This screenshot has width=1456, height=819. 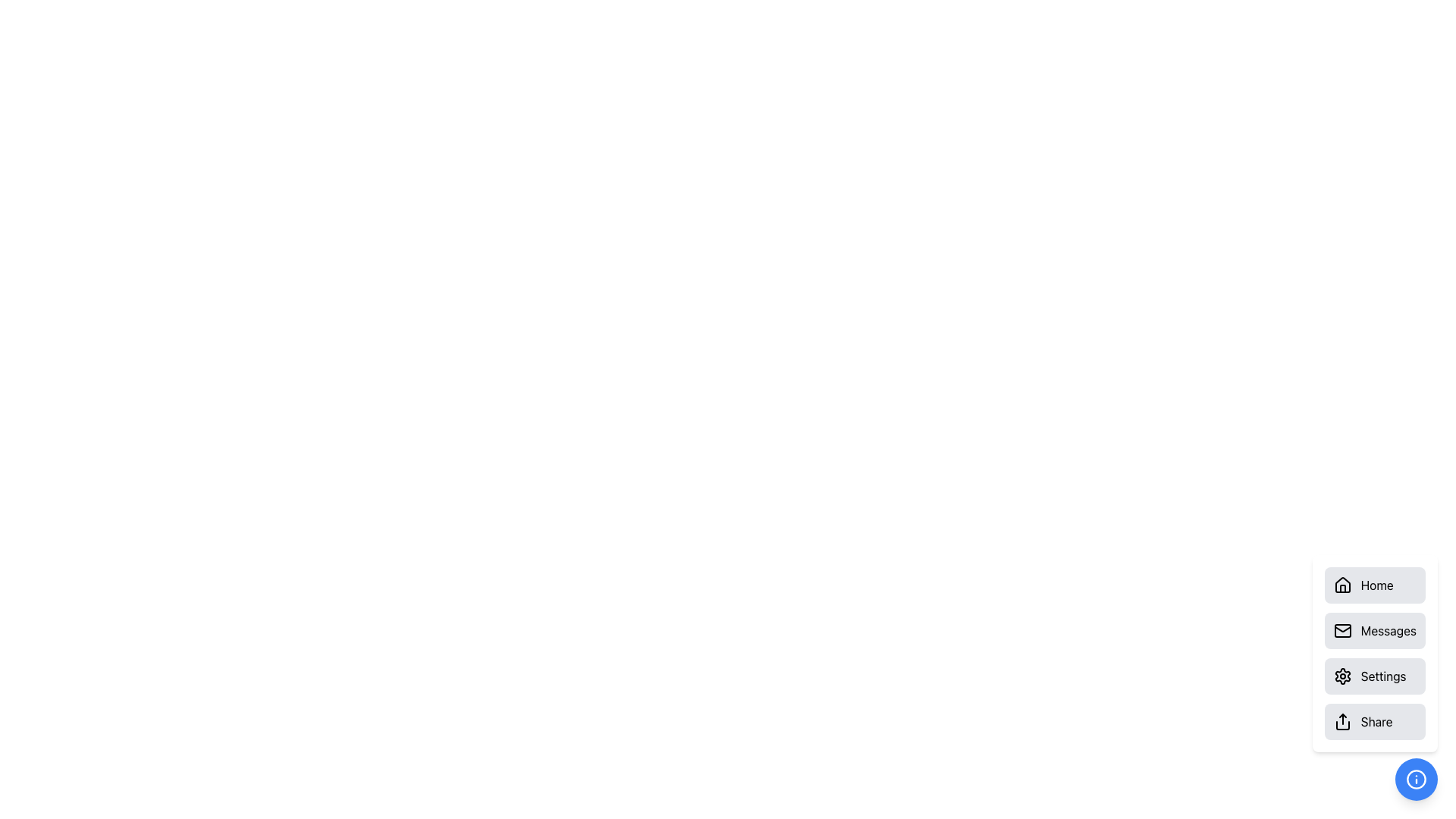 I want to click on the rectangular shape with rounded corners that forms the body of the 'Messages' envelope icon in the menu, so click(x=1342, y=631).